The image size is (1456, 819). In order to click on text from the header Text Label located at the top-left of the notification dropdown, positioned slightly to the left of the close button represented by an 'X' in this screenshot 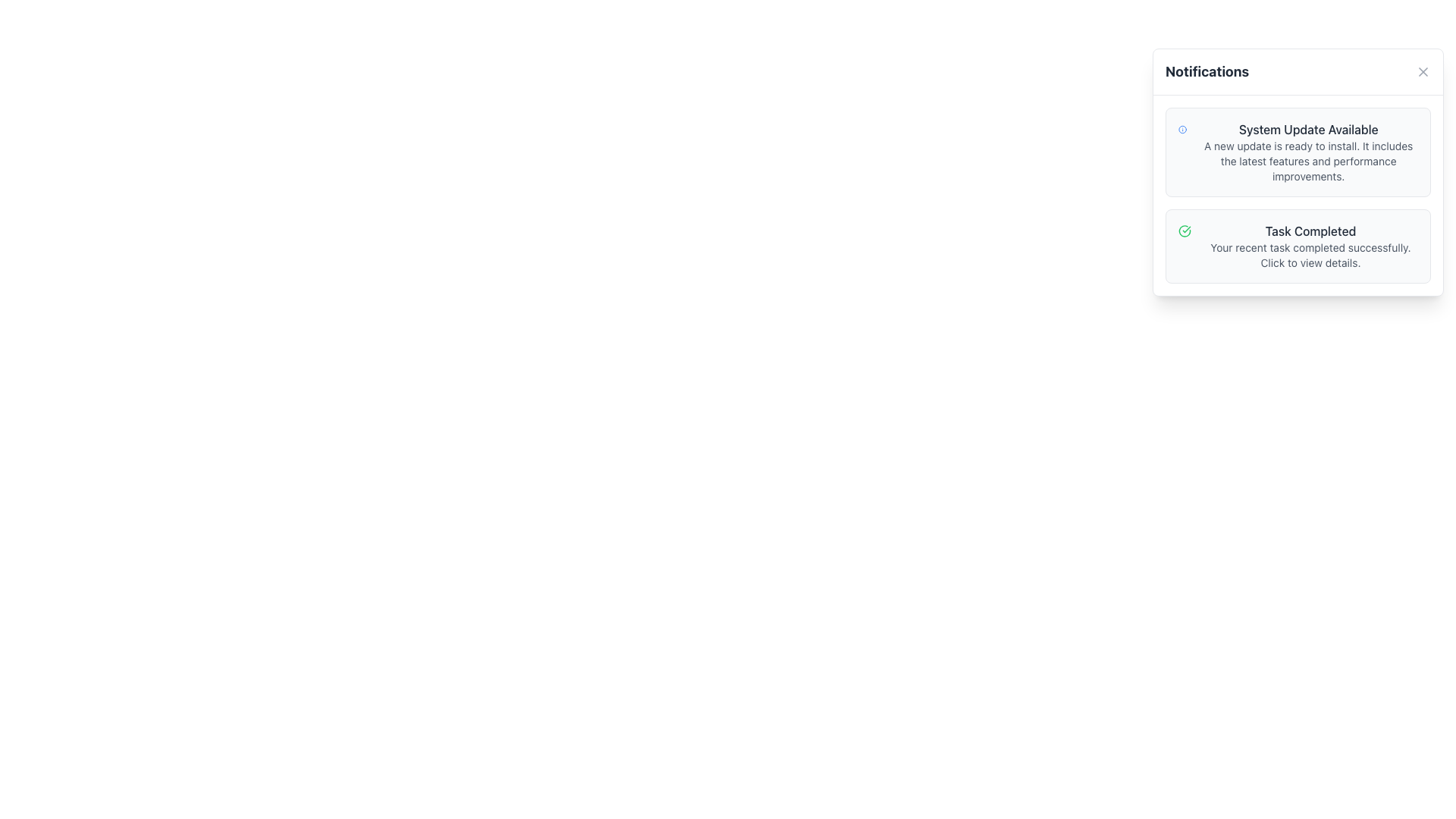, I will do `click(1207, 72)`.